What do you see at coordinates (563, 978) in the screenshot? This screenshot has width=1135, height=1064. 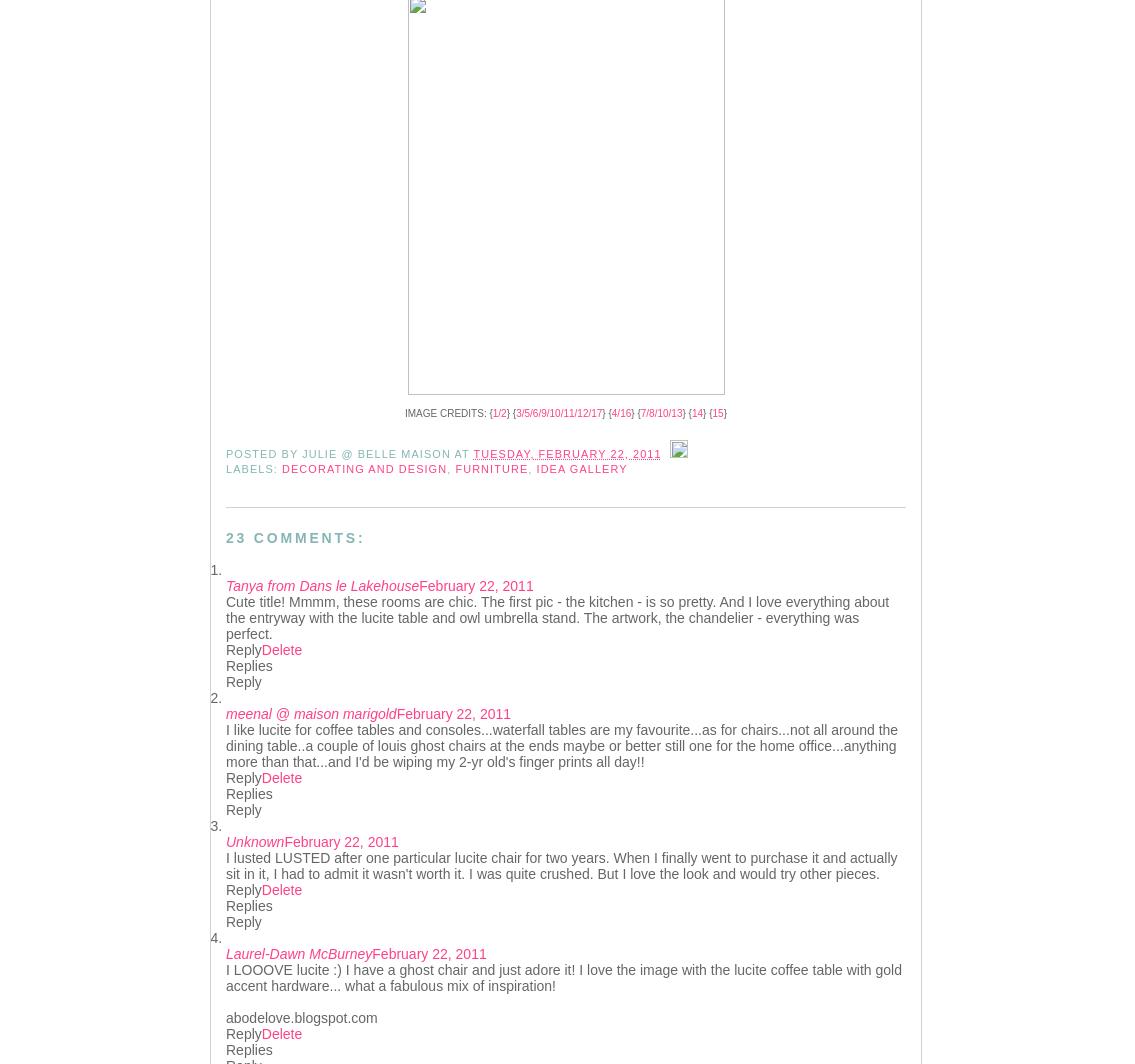 I see `'I LOOOVE lucite :) I have a ghost chair and just adore it! I love the image with the lucite coffee table with gold accent hardware... what a fabulous mix of inspiration!'` at bounding box center [563, 978].